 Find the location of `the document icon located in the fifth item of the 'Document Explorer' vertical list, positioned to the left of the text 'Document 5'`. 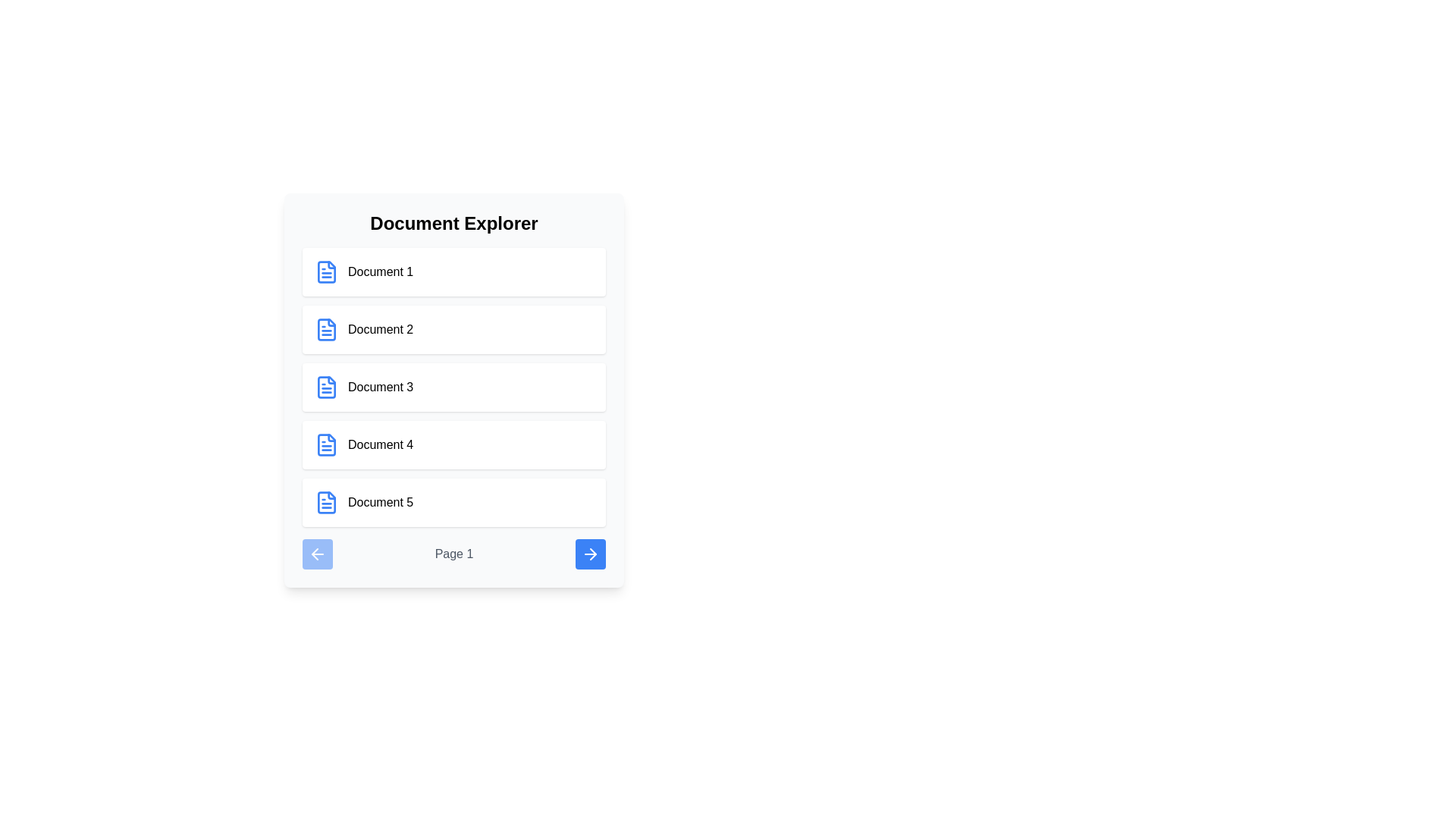

the document icon located in the fifth item of the 'Document Explorer' vertical list, positioned to the left of the text 'Document 5' is located at coordinates (326, 503).